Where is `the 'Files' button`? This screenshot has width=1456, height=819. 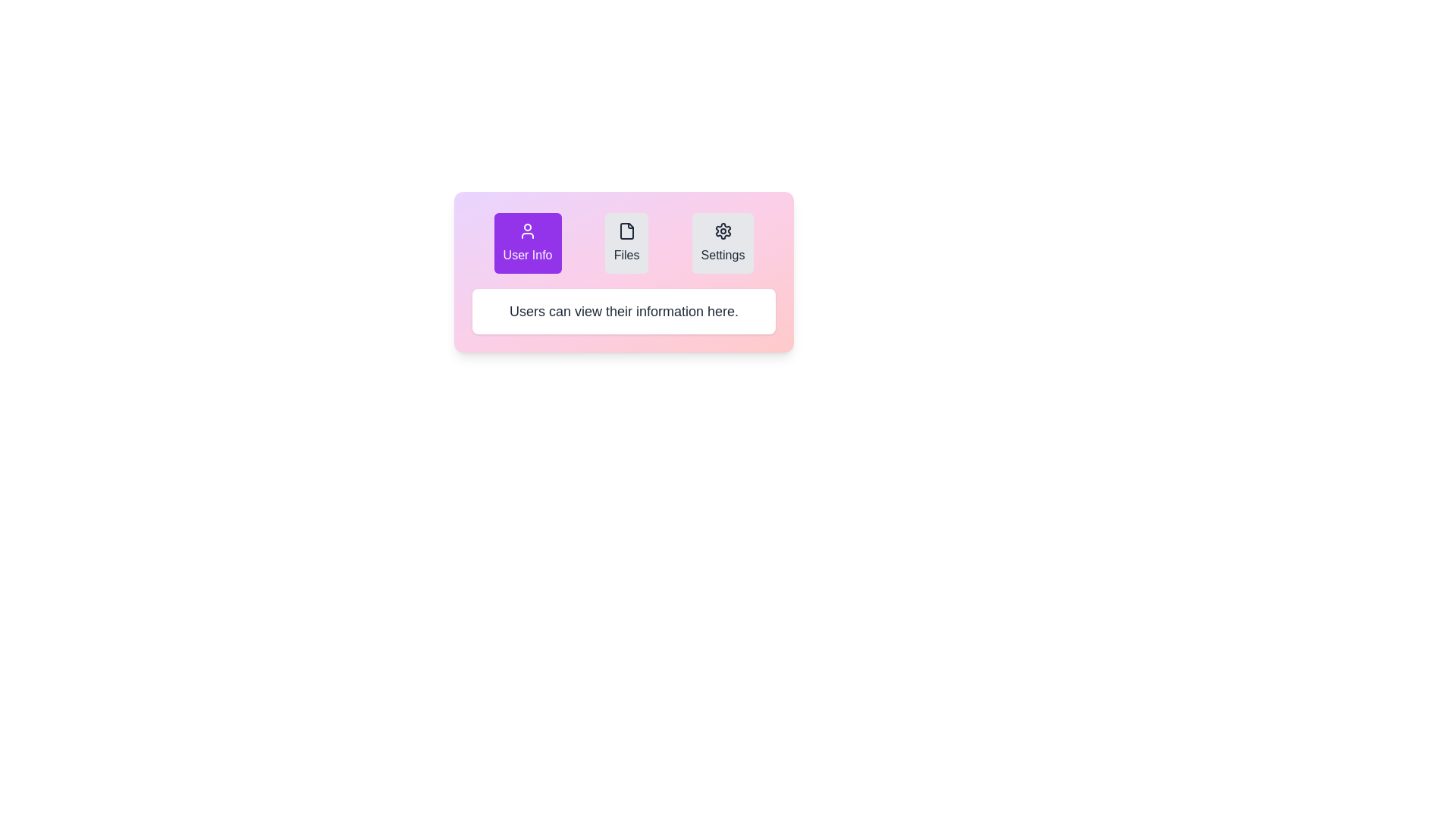
the 'Files' button is located at coordinates (623, 242).